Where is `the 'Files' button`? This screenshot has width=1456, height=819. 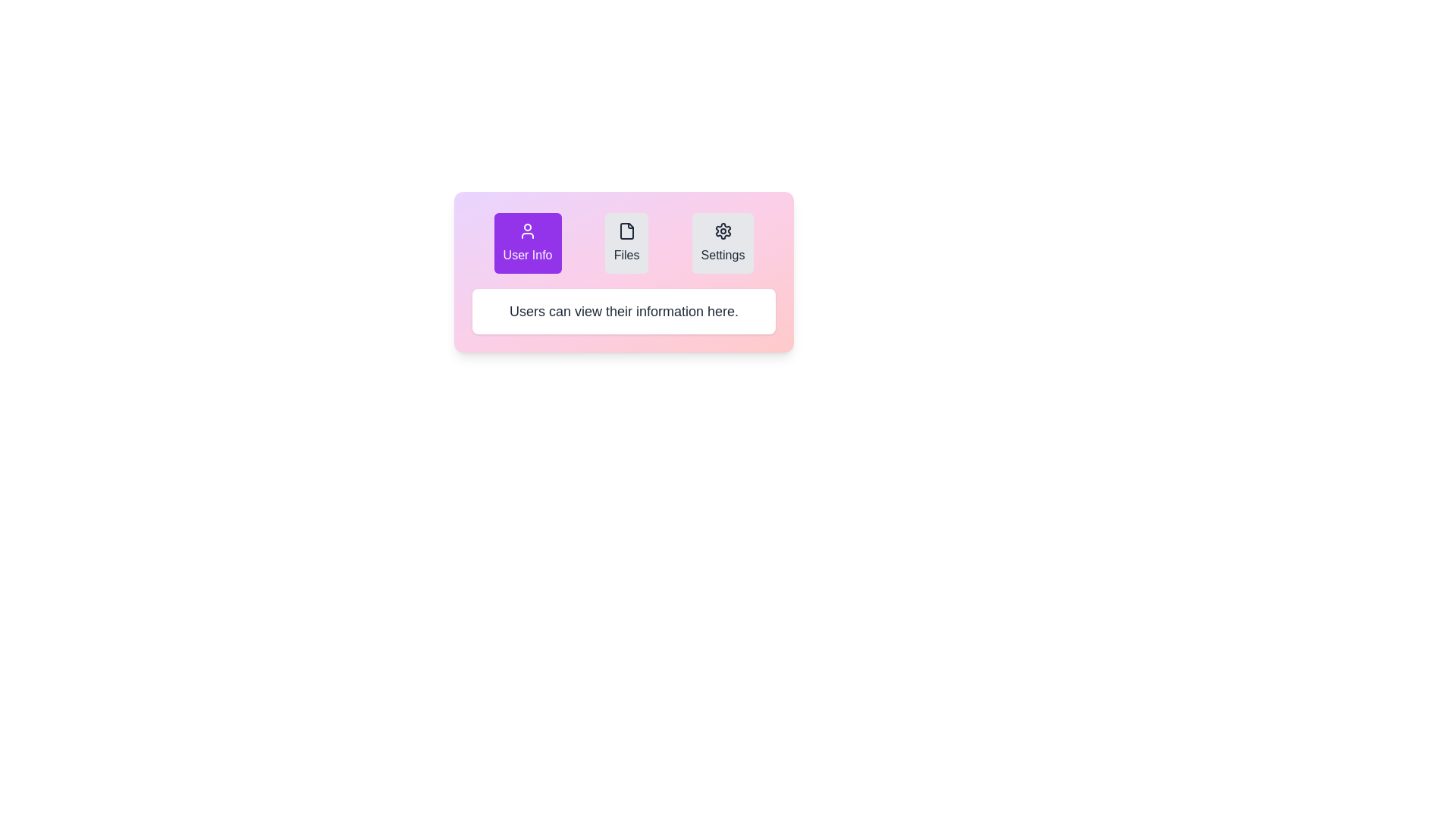
the 'Files' button is located at coordinates (623, 242).